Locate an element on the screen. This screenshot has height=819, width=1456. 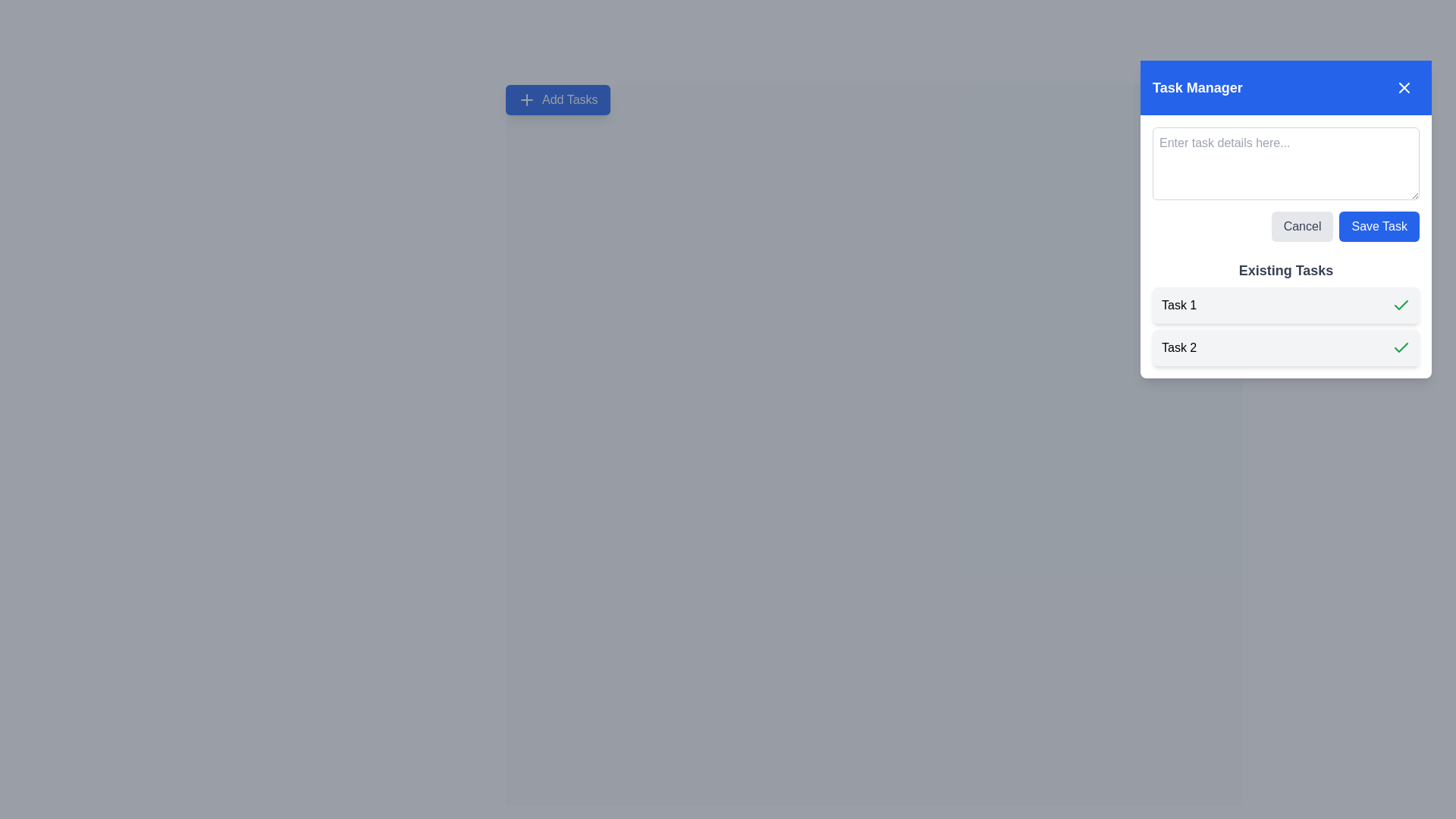
the 'Add Tasks' button located at the upper-left portion of the interface, which contains the label 'Add Tasks' and is positioned to the right of a small plus-shaped icon is located at coordinates (569, 99).